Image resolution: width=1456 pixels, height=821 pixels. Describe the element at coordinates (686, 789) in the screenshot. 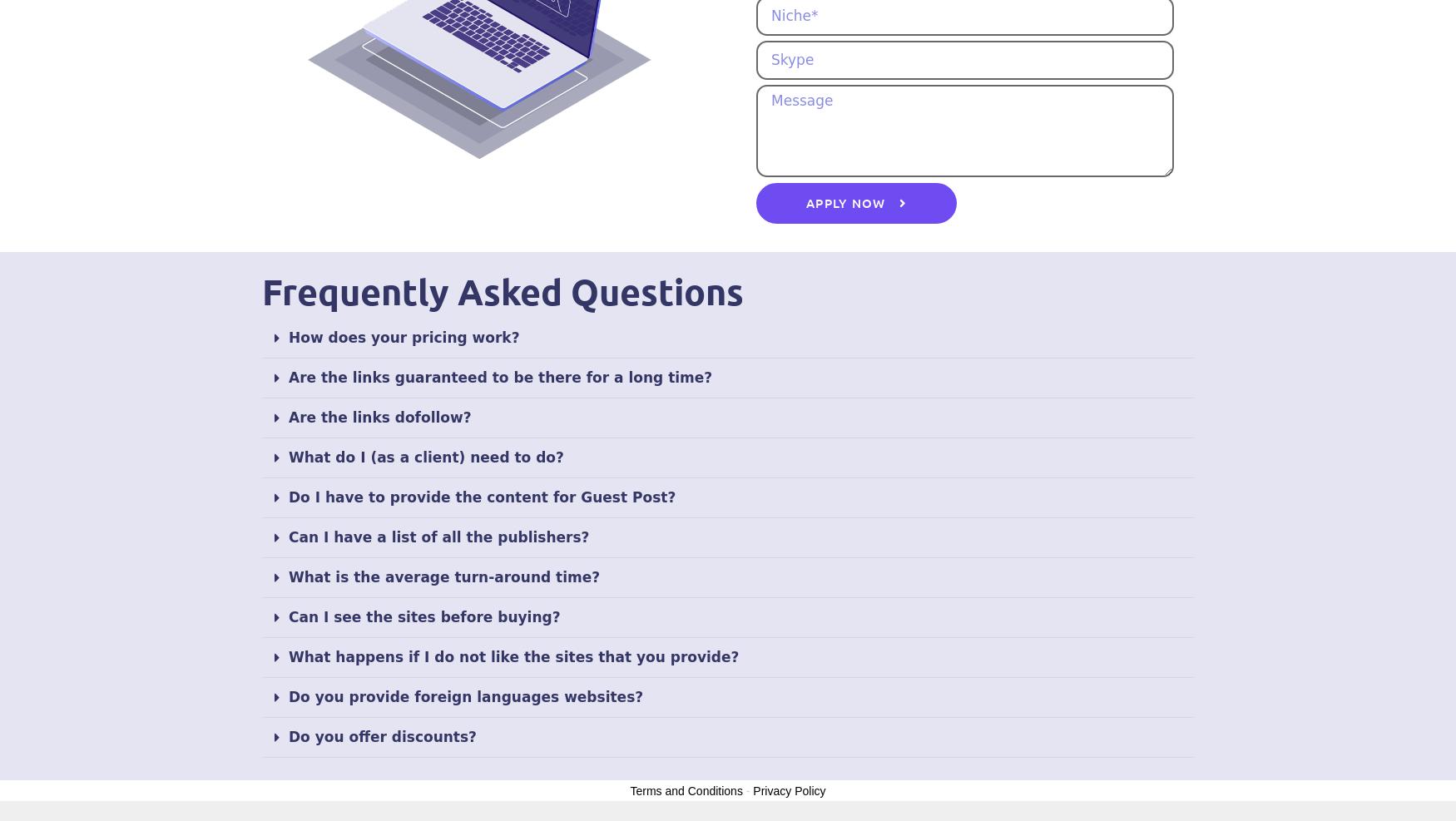

I see `'Terms and Conditions'` at that location.